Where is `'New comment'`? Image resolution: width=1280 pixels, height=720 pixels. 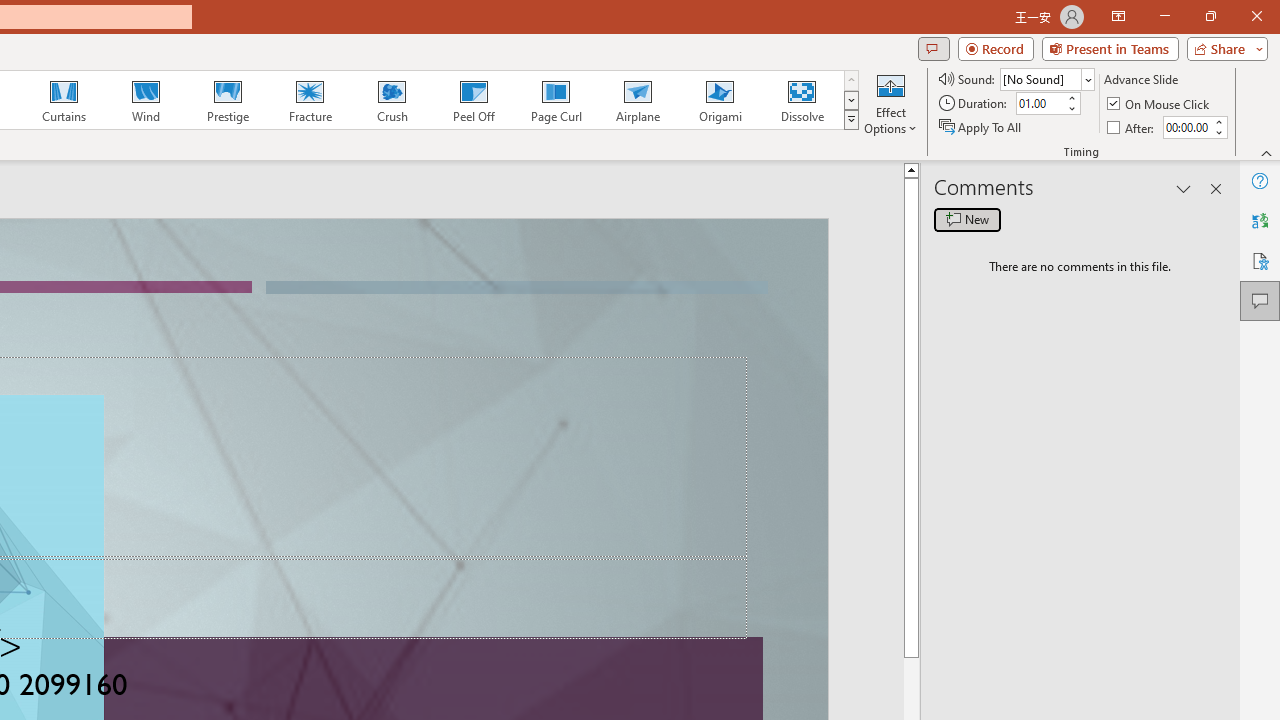
'New comment' is located at coordinates (967, 219).